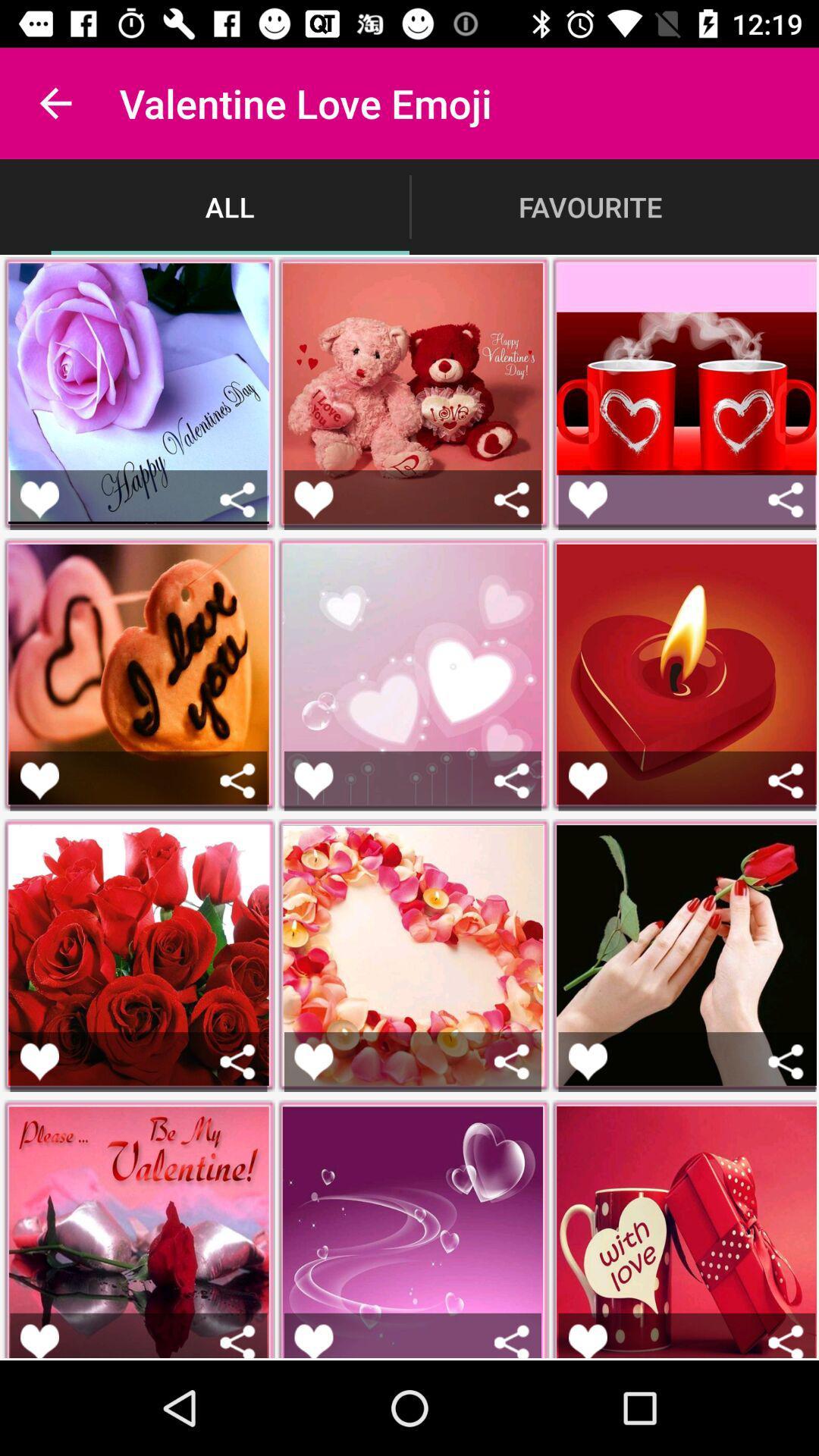 The image size is (819, 1456). I want to click on button to like an emoji, so click(312, 780).